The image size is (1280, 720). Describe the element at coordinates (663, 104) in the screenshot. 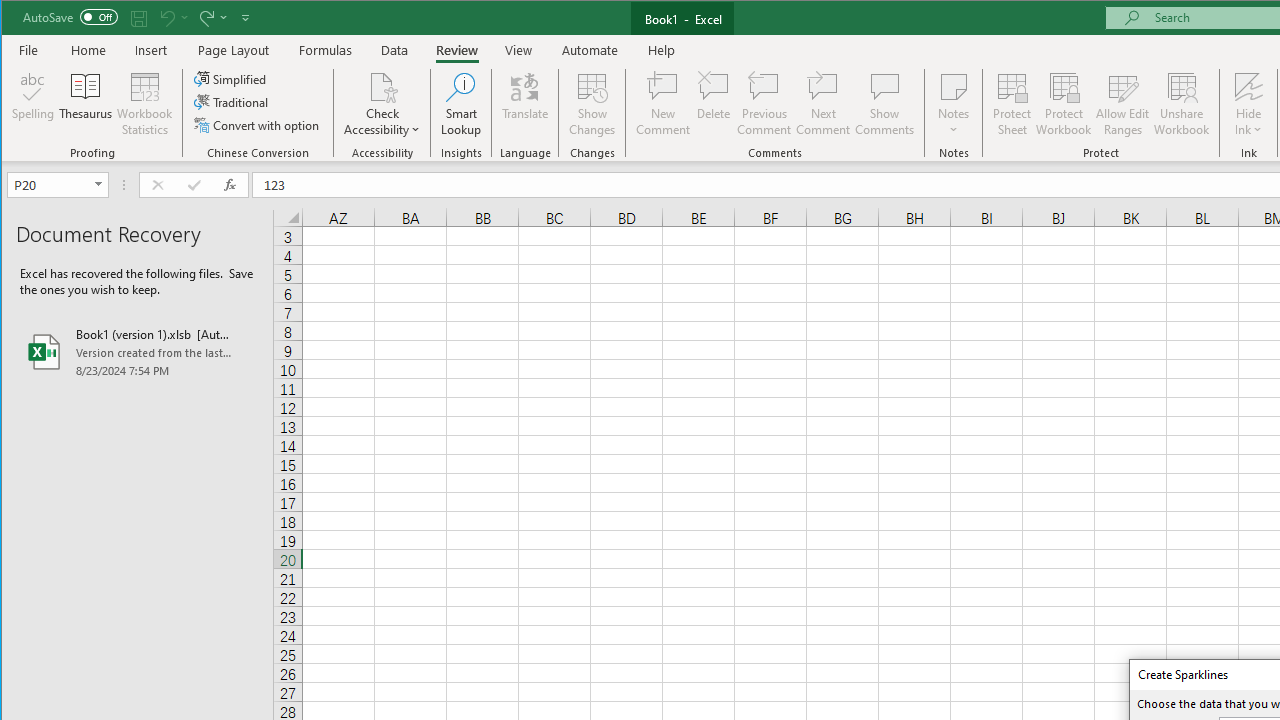

I see `'New Comment'` at that location.